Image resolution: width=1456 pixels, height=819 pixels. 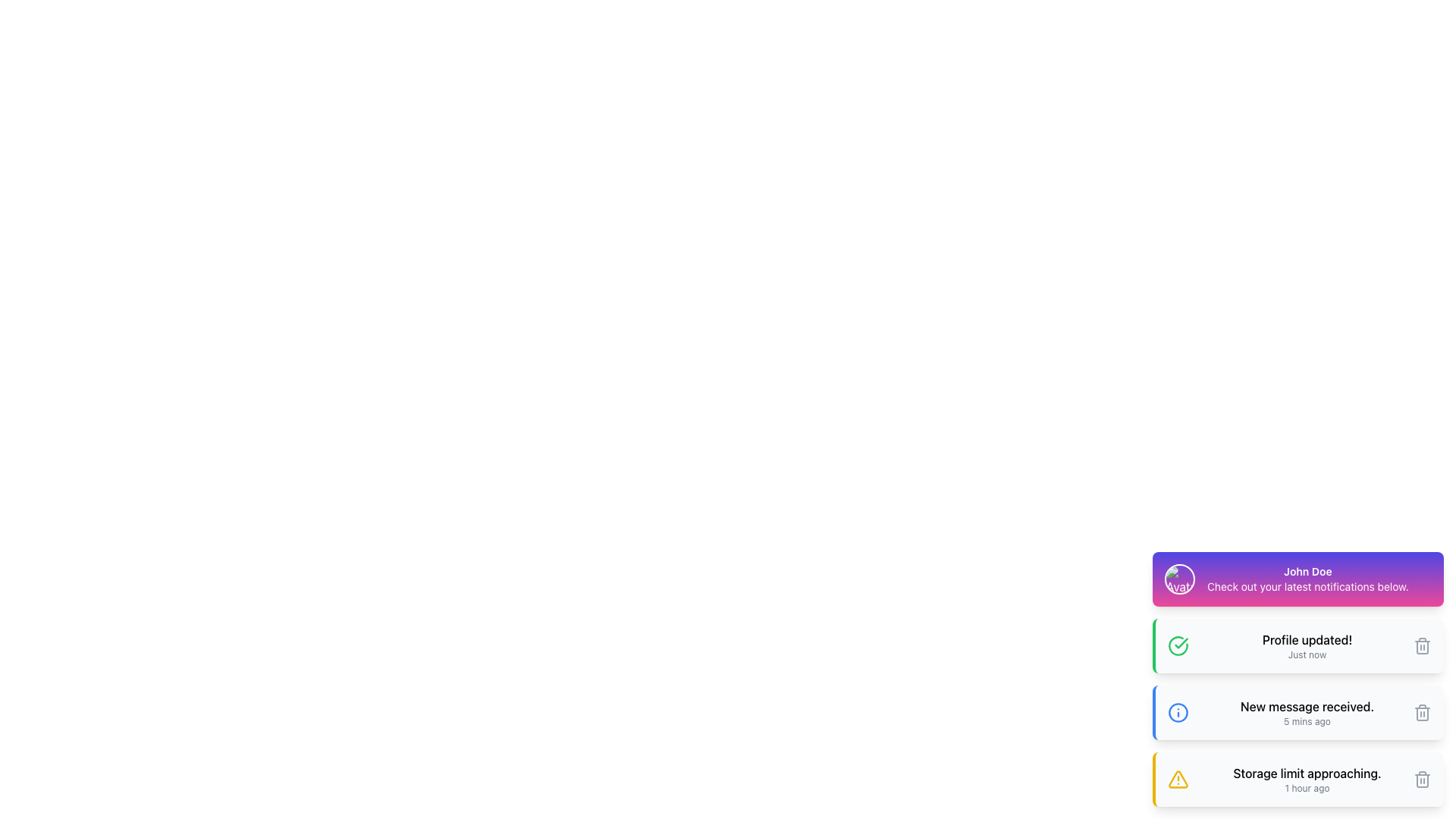 What do you see at coordinates (1306, 646) in the screenshot?
I see `the Text Component displaying 'Profile updated!' in bold black font, located in the notifications section beneath the header 'John Doe'` at bounding box center [1306, 646].